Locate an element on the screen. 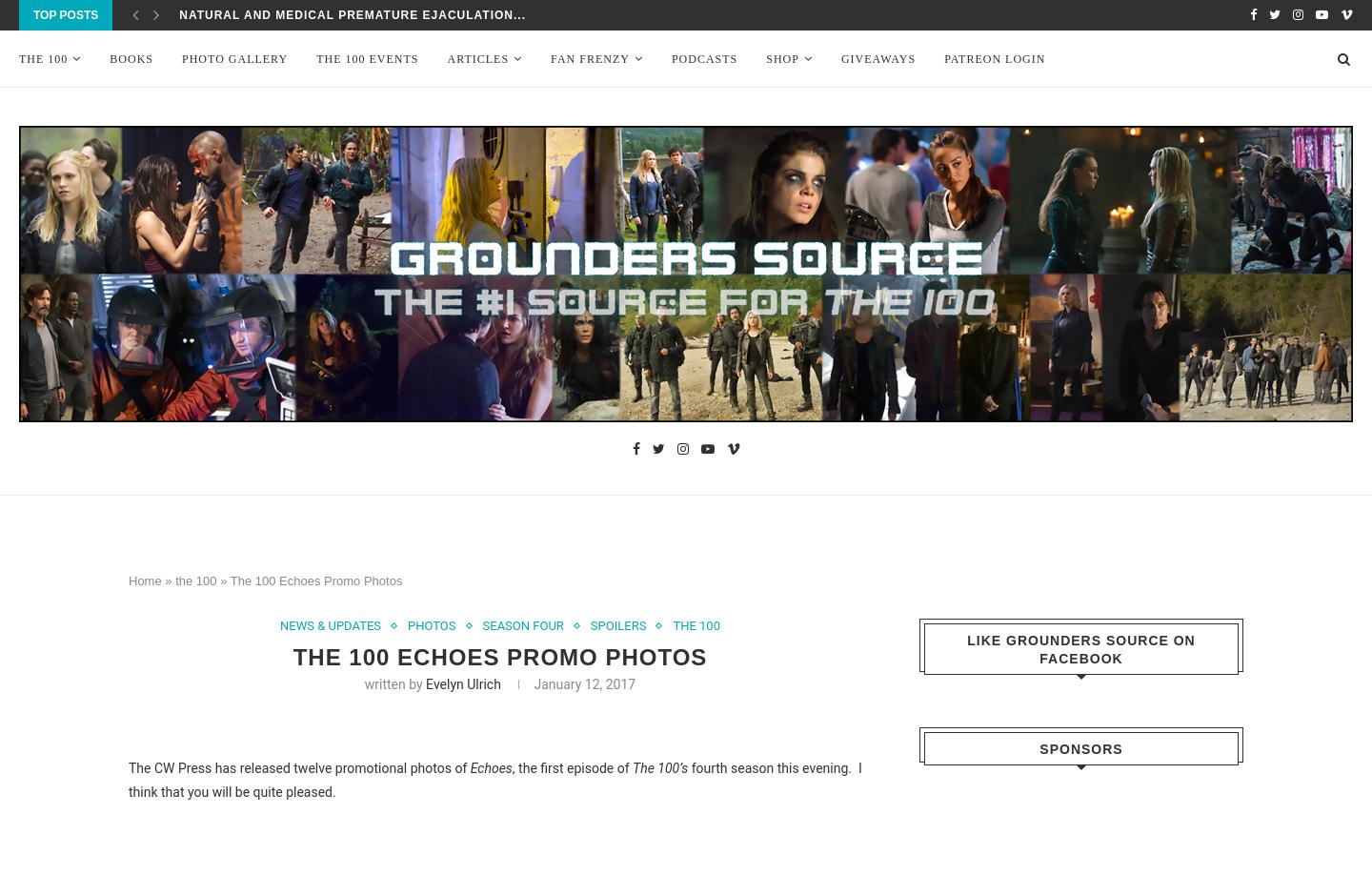 The image size is (1372, 876). 'Patreon Login' is located at coordinates (995, 59).